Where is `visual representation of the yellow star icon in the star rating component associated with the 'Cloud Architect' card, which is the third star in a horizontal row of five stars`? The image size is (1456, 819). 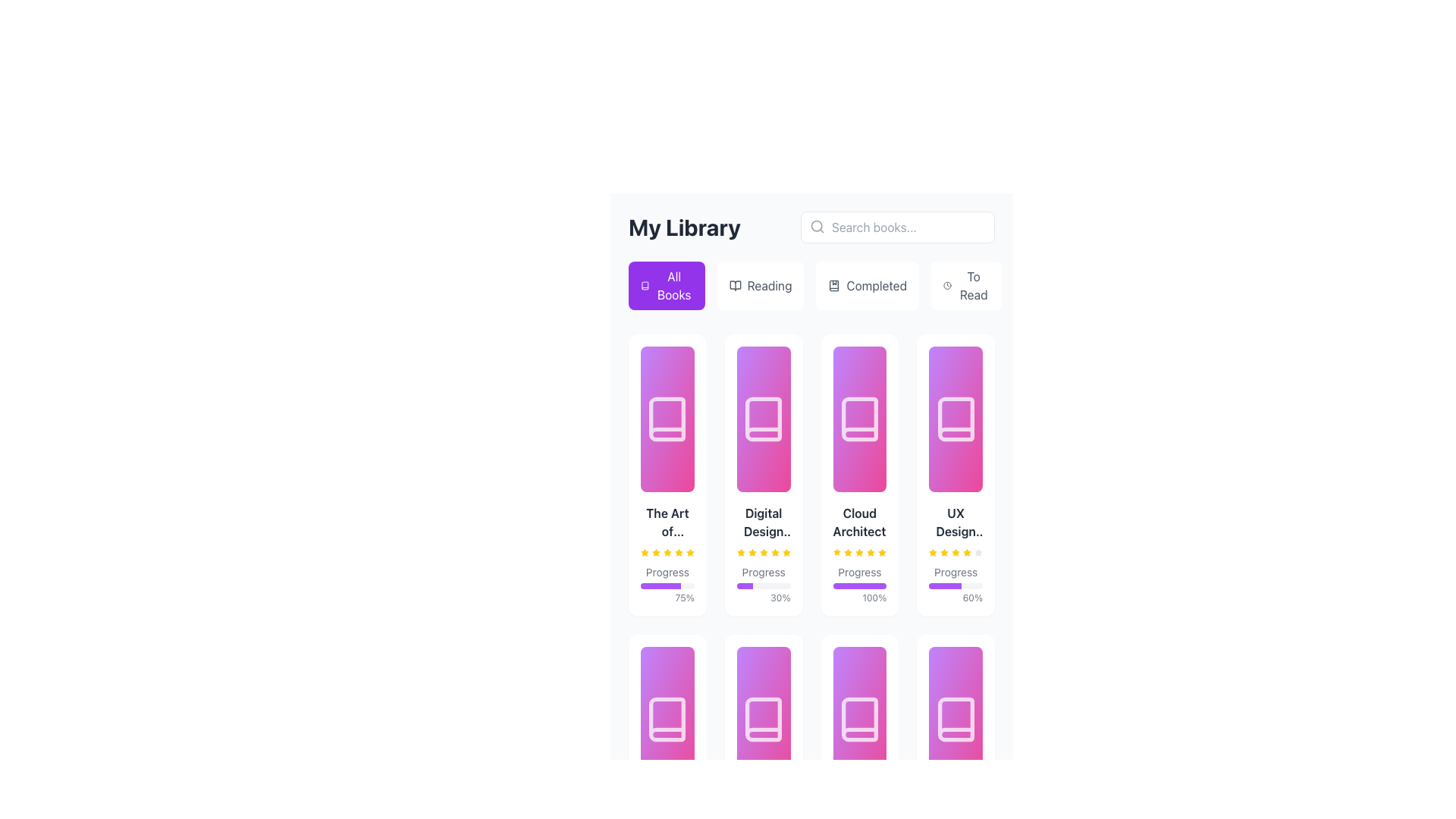
visual representation of the yellow star icon in the star rating component associated with the 'Cloud Architect' card, which is the third star in a horizontal row of five stars is located at coordinates (847, 553).